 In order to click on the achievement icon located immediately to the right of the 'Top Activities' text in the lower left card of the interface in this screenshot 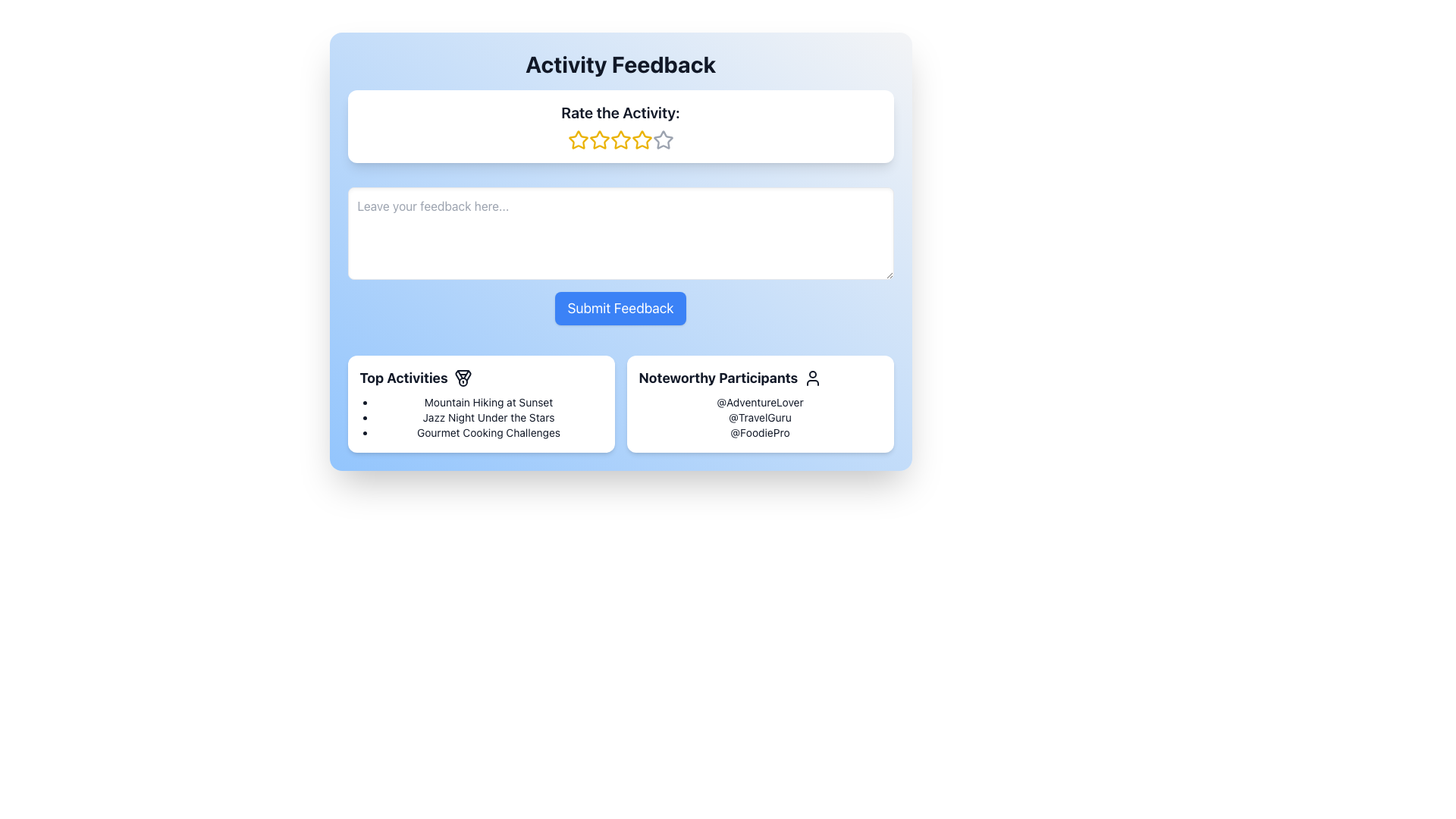, I will do `click(462, 377)`.